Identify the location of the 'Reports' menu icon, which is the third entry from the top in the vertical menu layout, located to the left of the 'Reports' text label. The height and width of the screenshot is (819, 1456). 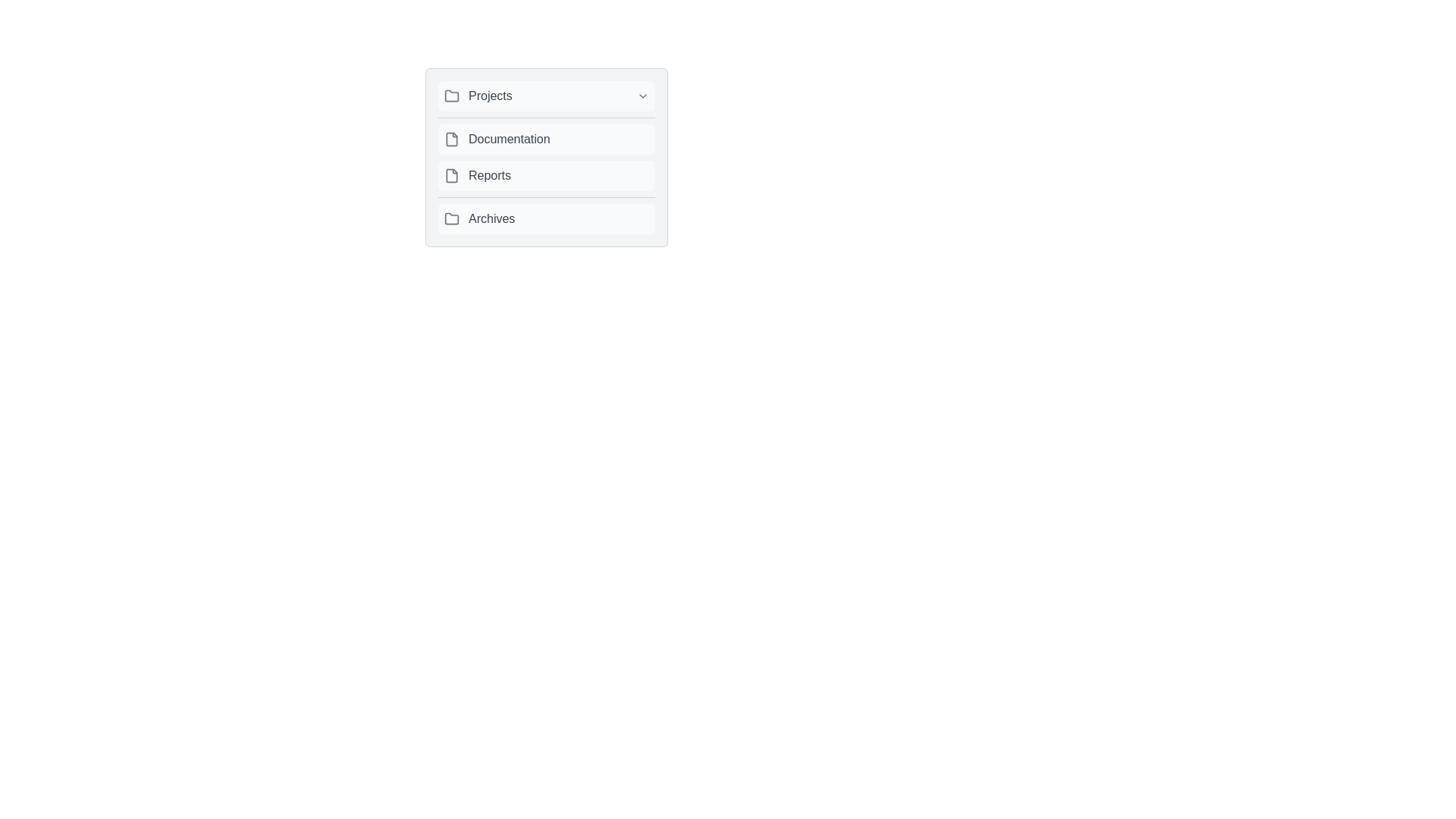
(450, 174).